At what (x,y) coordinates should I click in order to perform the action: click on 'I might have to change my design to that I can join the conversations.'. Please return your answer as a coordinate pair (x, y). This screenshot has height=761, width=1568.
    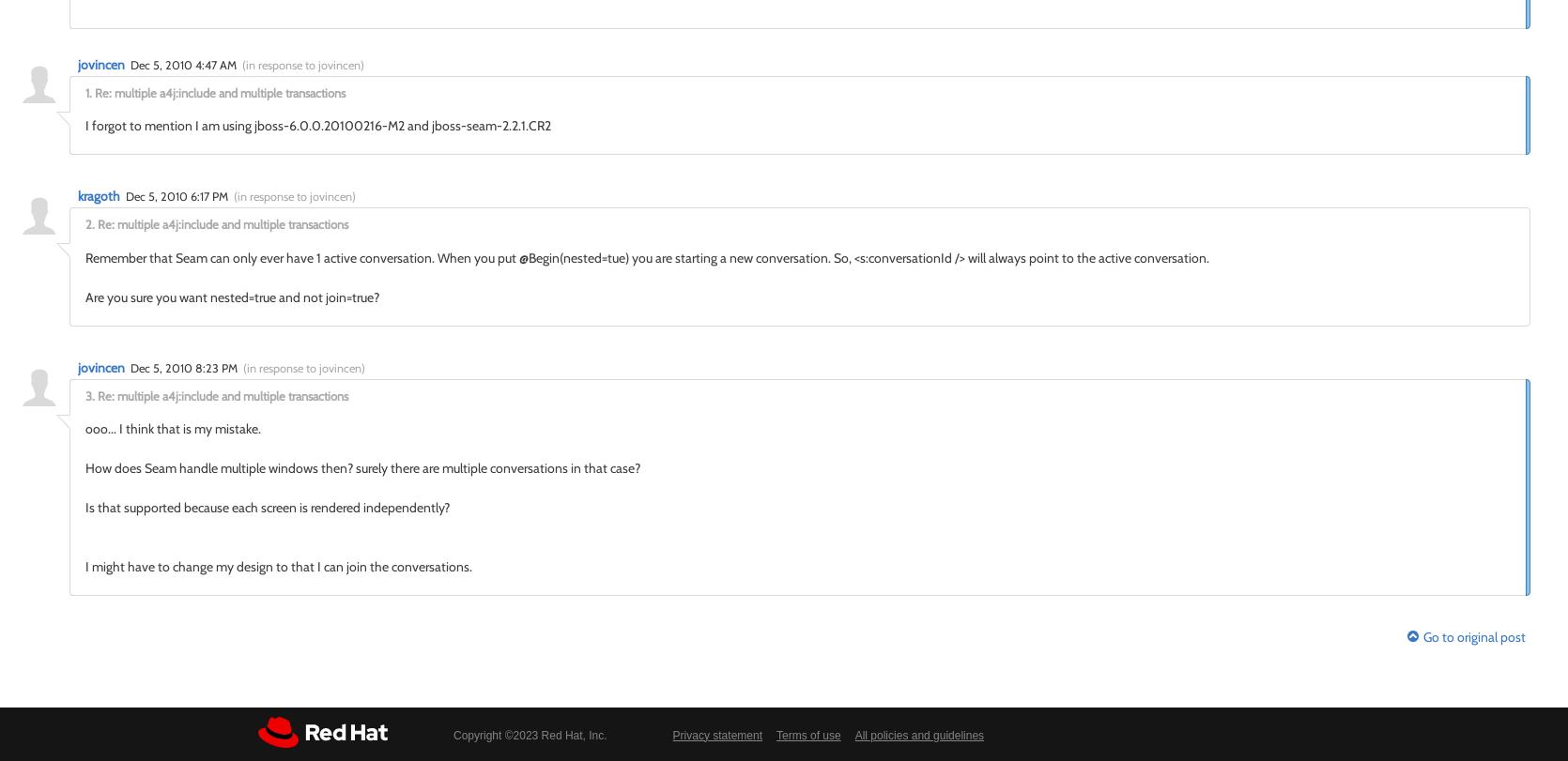
    Looking at the image, I should click on (277, 566).